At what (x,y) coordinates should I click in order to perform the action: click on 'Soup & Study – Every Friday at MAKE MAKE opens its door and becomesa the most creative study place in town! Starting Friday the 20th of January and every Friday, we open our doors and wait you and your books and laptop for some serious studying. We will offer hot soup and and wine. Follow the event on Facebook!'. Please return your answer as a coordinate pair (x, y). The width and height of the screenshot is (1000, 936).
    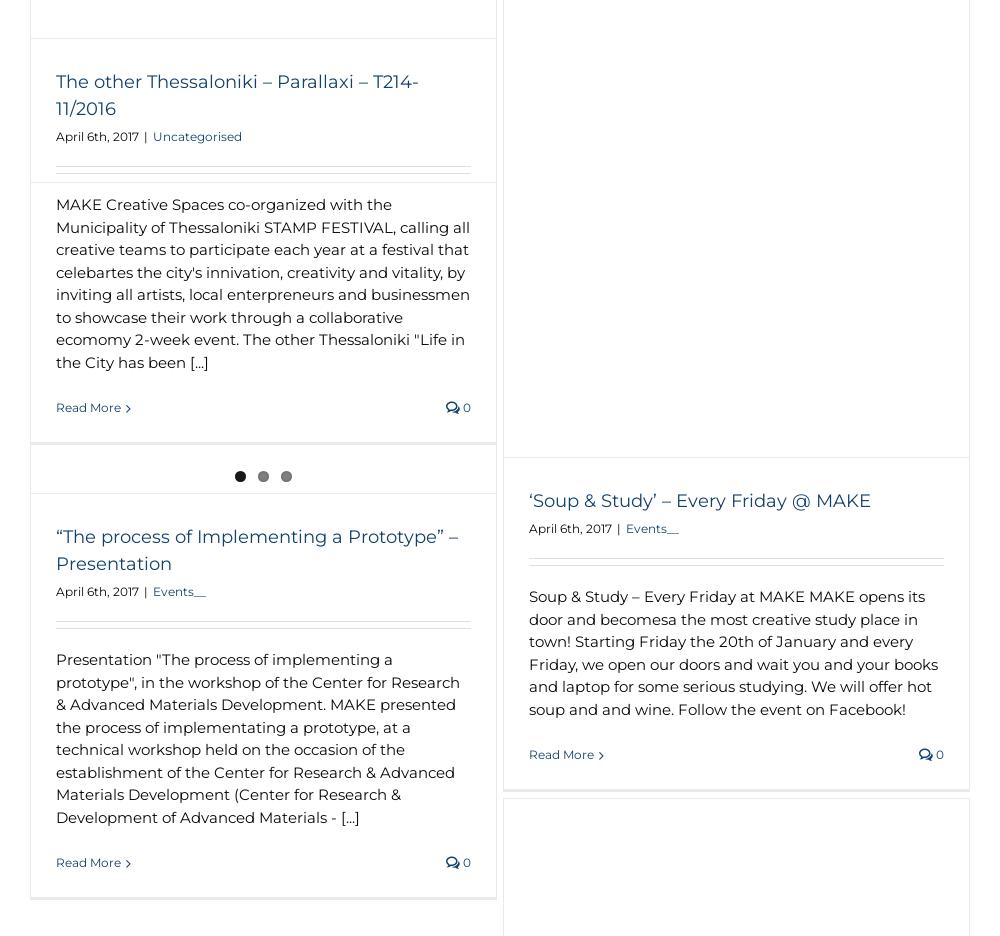
    Looking at the image, I should click on (732, 651).